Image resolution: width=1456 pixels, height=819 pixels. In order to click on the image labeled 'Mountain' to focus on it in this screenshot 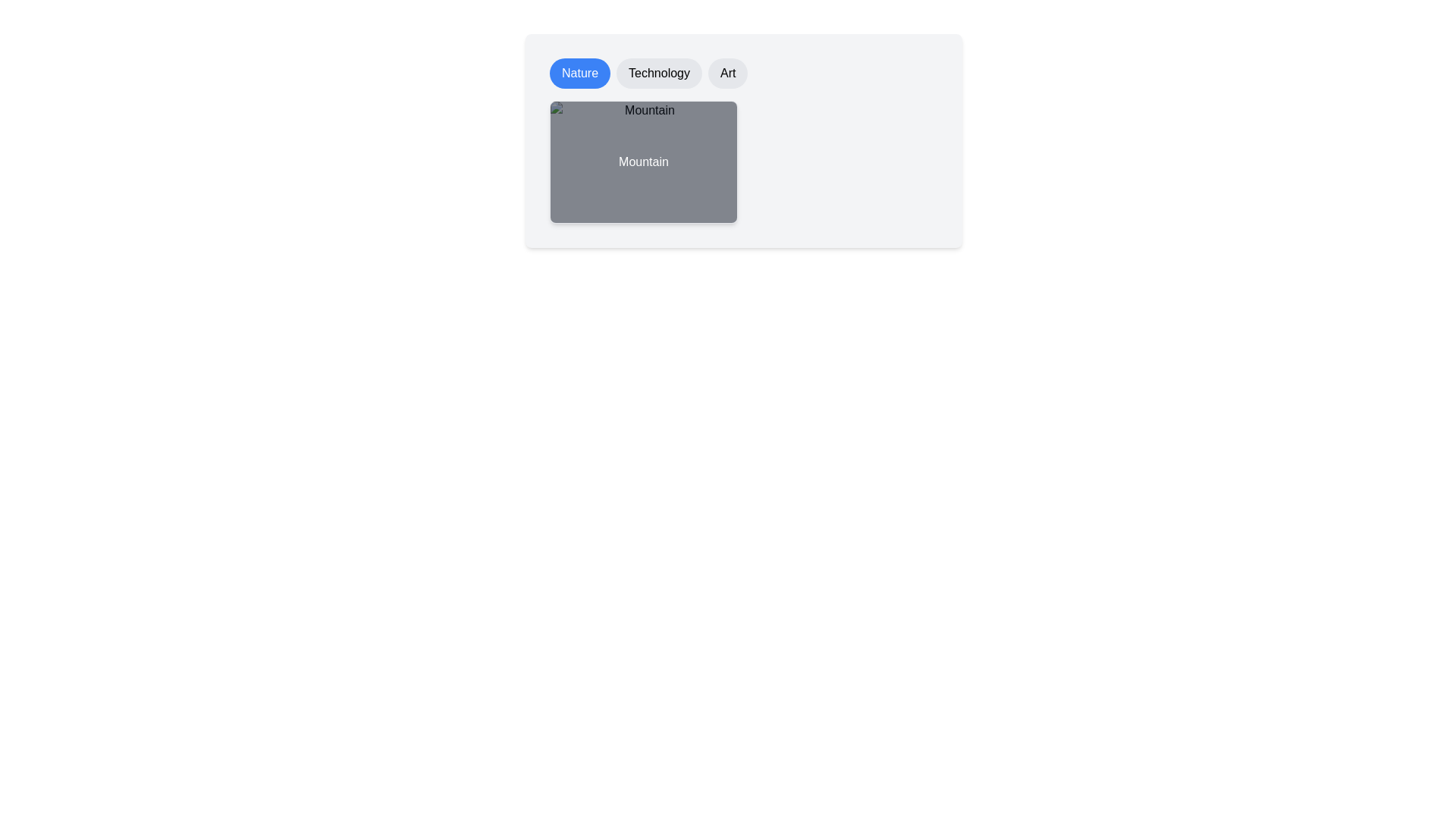, I will do `click(644, 162)`.